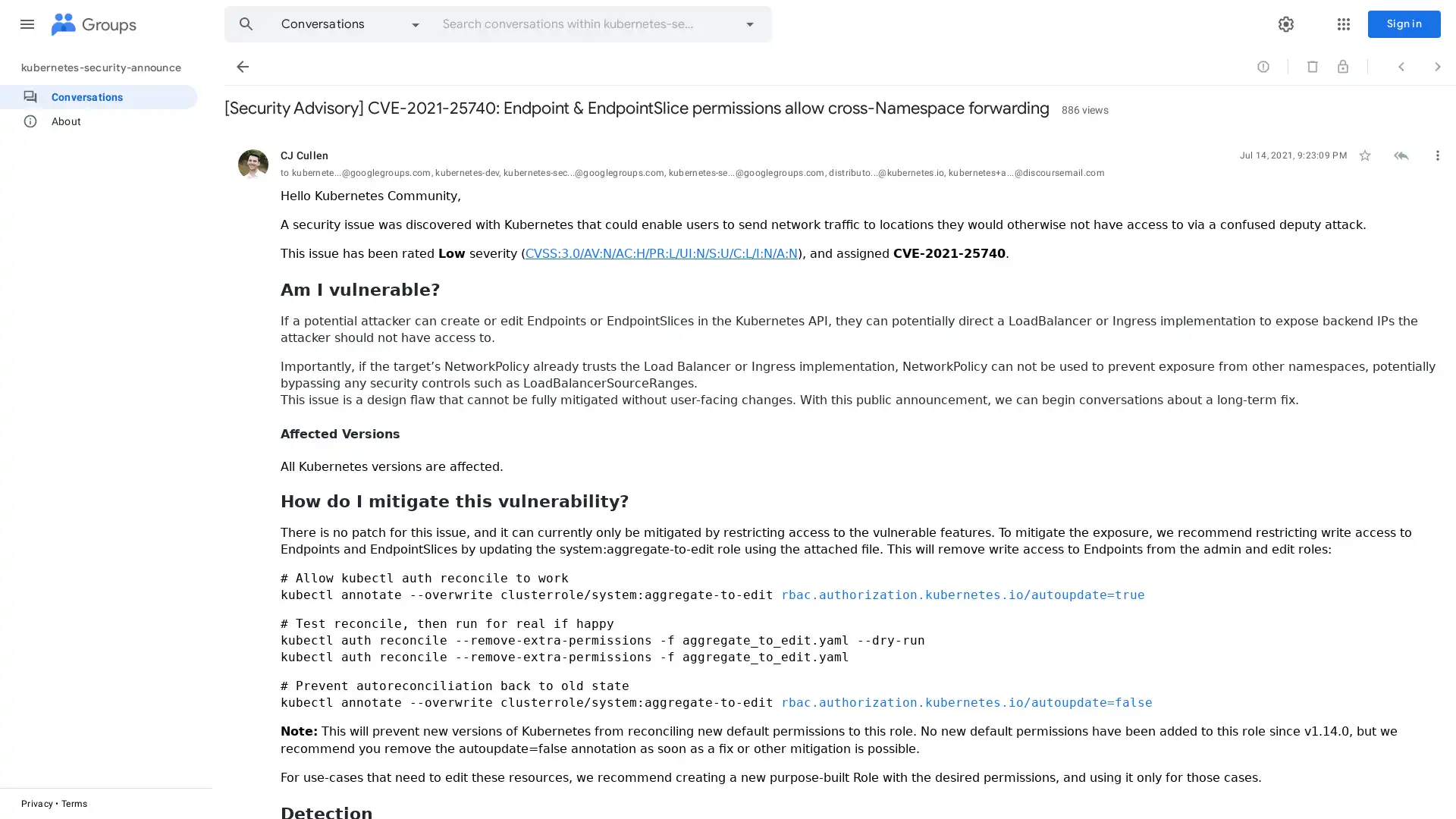 Image resolution: width=1456 pixels, height=819 pixels. What do you see at coordinates (1263, 66) in the screenshot?
I see `Sign in to mark conversation as abuse` at bounding box center [1263, 66].